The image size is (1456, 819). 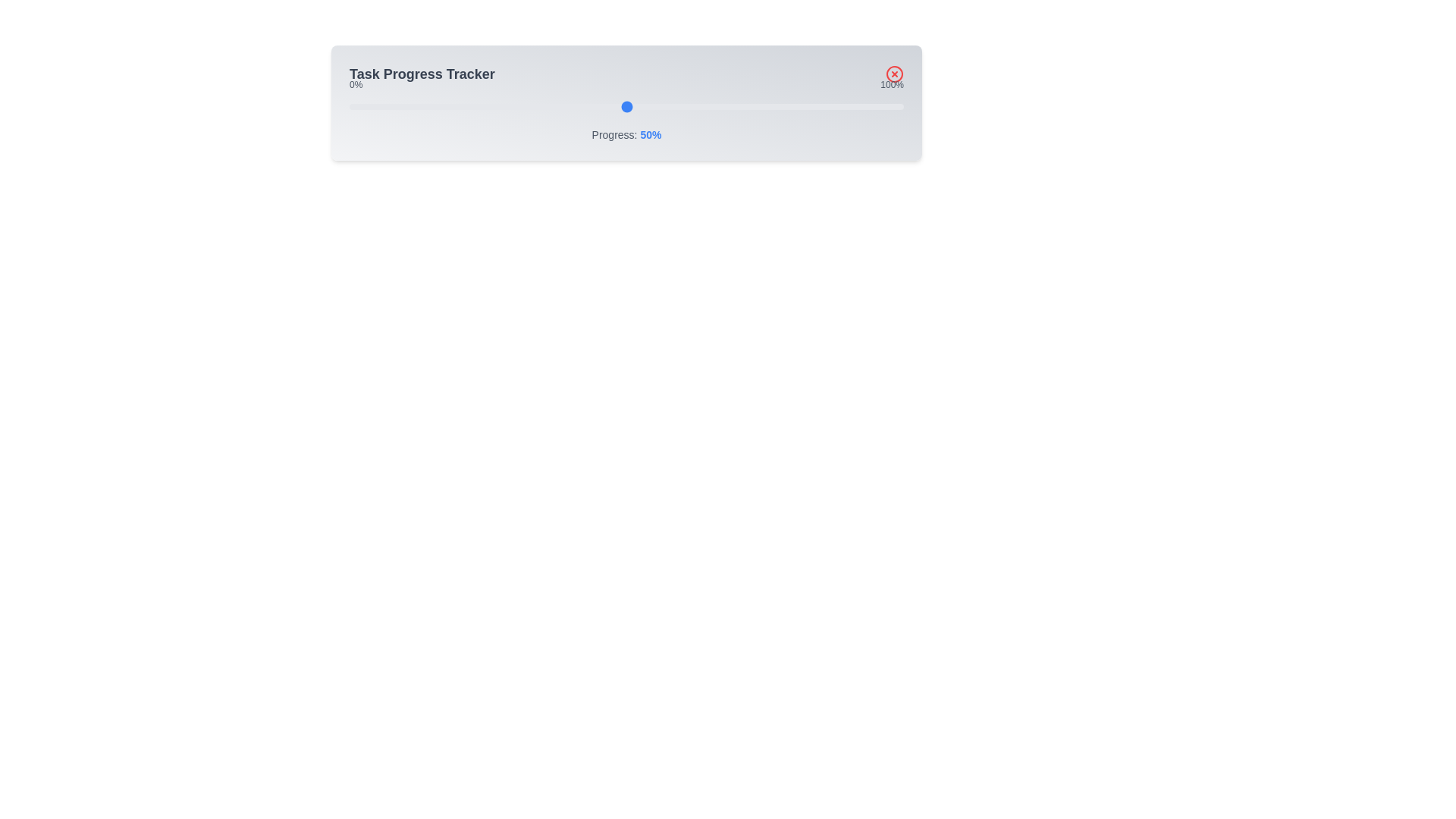 I want to click on the slider, so click(x=825, y=106).